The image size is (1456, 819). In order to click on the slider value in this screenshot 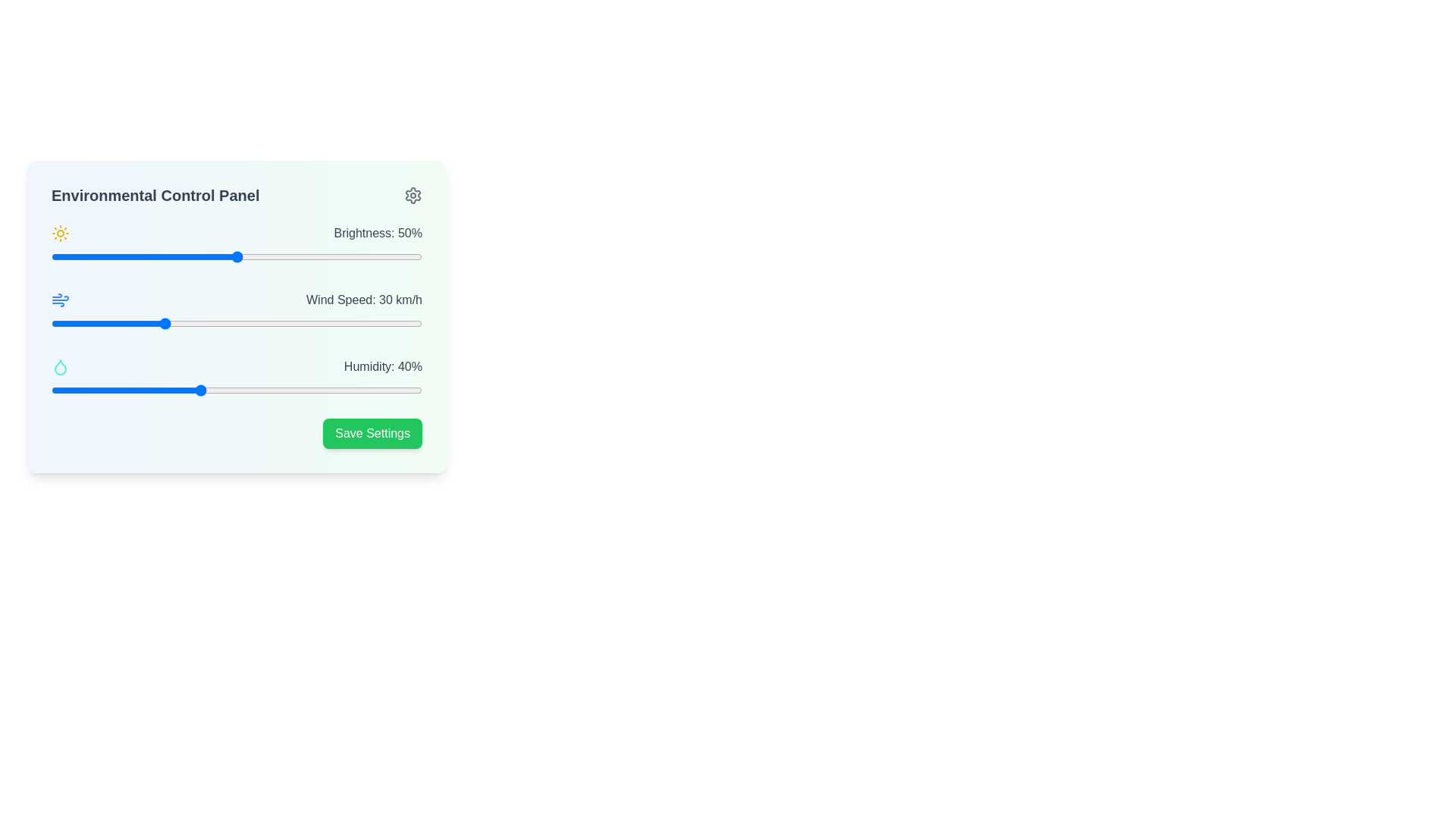, I will do `click(61, 256)`.